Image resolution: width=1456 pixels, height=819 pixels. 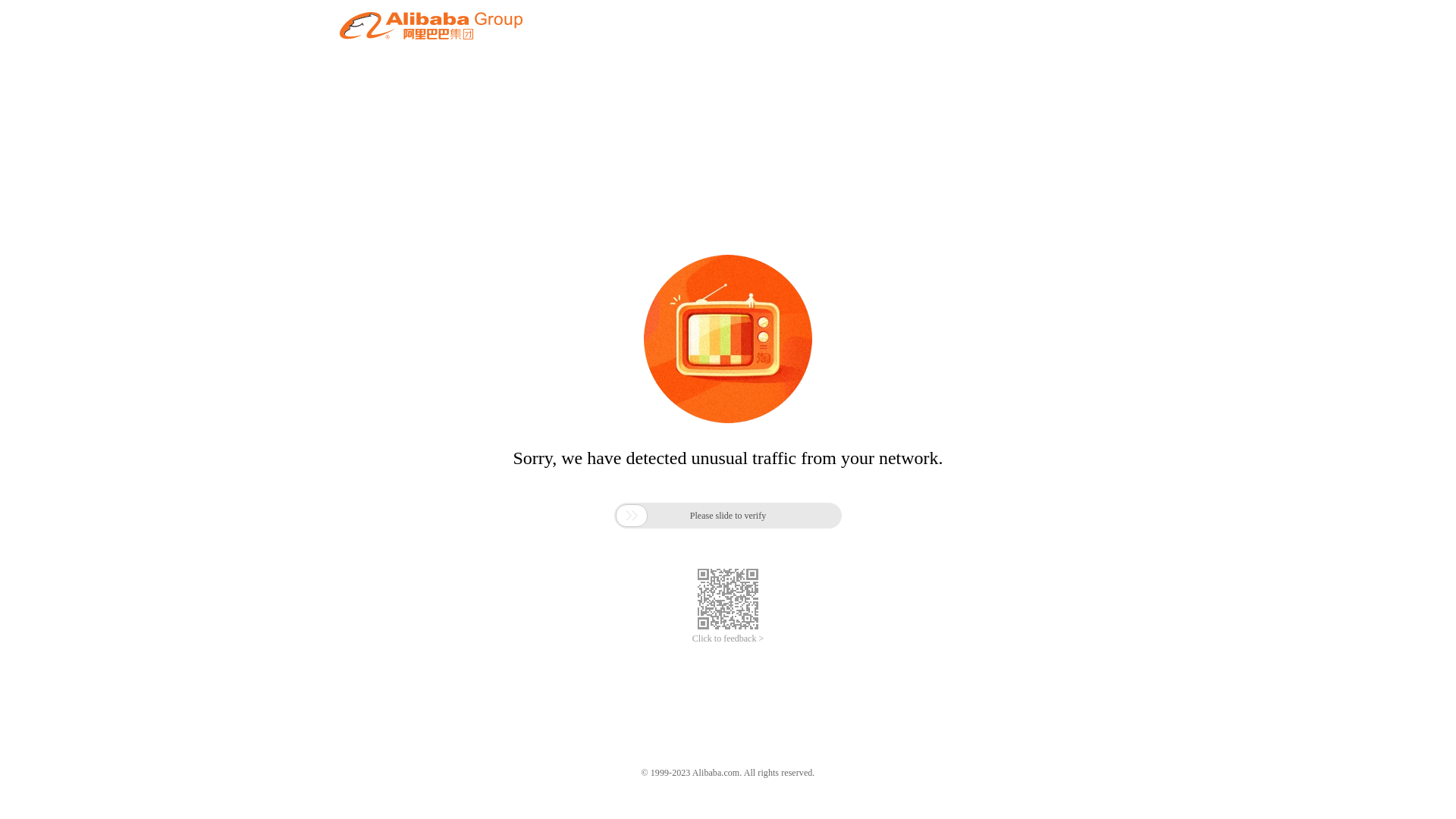 I want to click on 'Click to feedback >', so click(x=728, y=639).